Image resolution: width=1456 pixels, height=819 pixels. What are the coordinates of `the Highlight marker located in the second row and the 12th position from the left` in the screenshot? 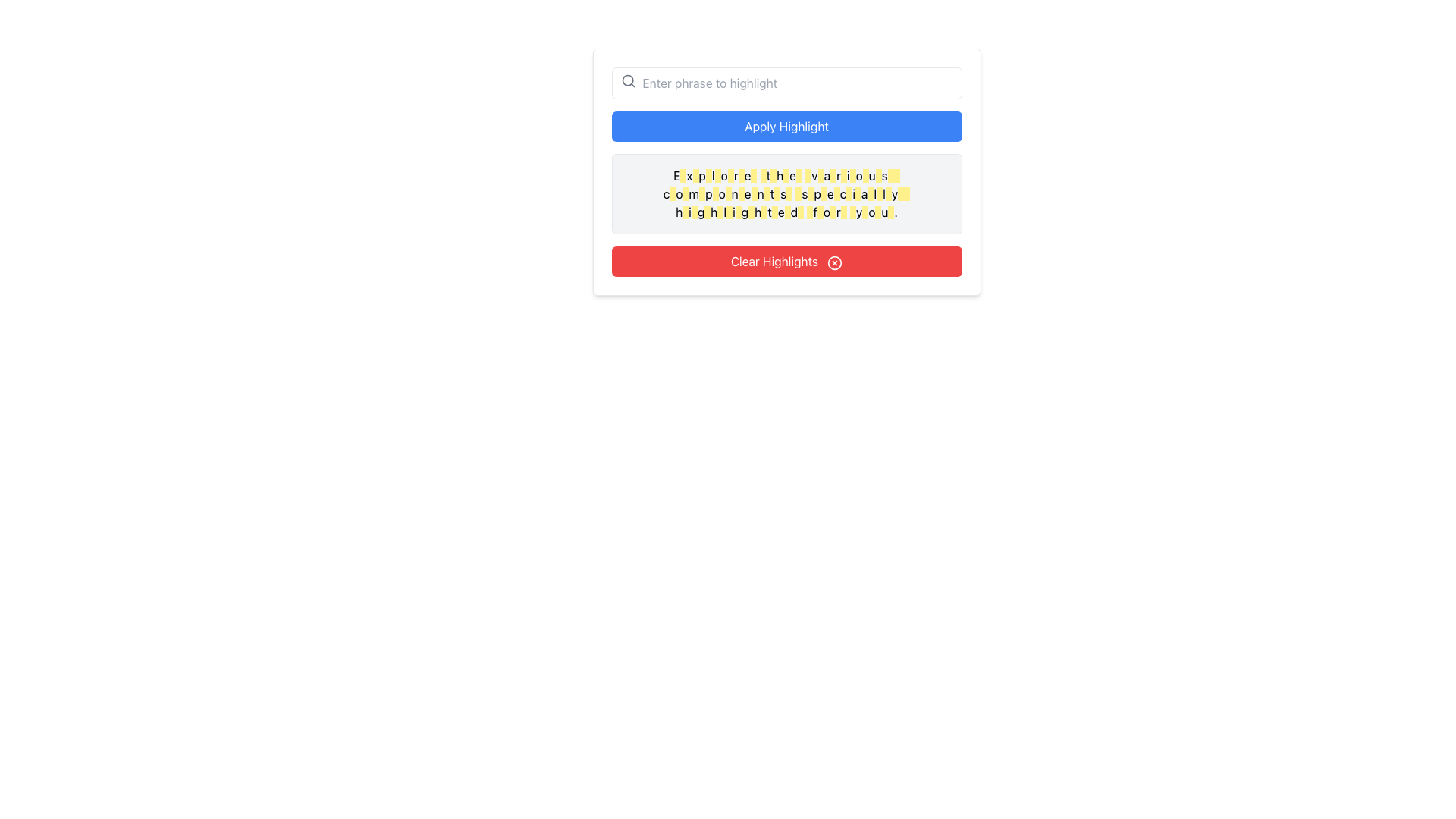 It's located at (798, 193).